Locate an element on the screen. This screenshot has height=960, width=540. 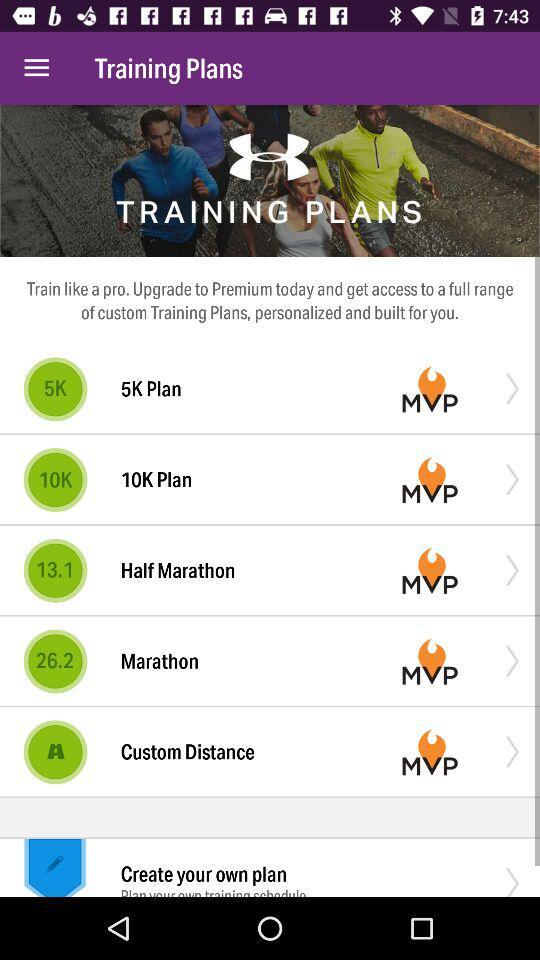
the icon to the left of the training plans item is located at coordinates (36, 68).